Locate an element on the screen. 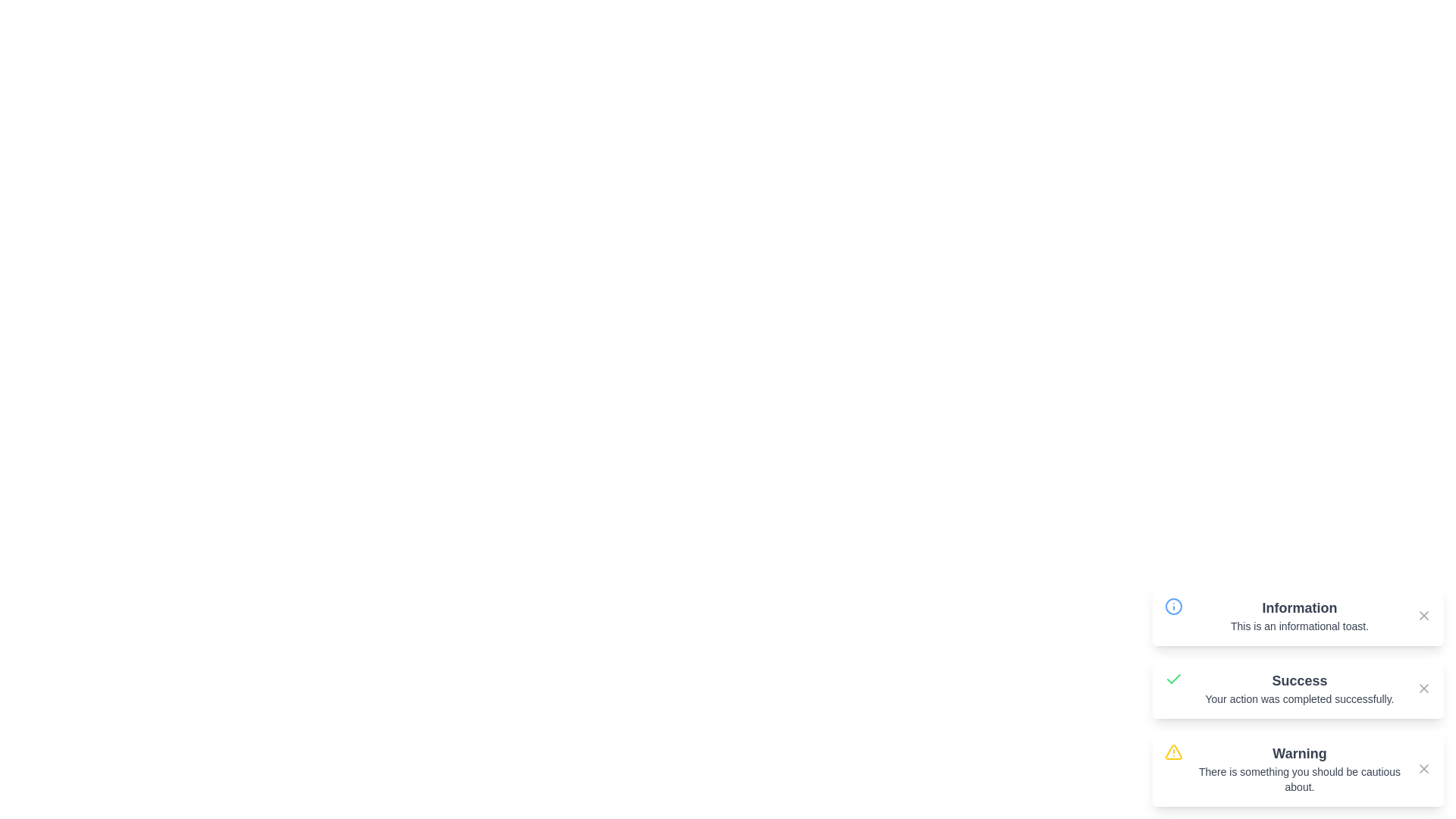 This screenshot has height=819, width=1456. the small green checkmark-shaped icon that indicates success, located in the top-right section of the 'Success' notification card is located at coordinates (1173, 678).